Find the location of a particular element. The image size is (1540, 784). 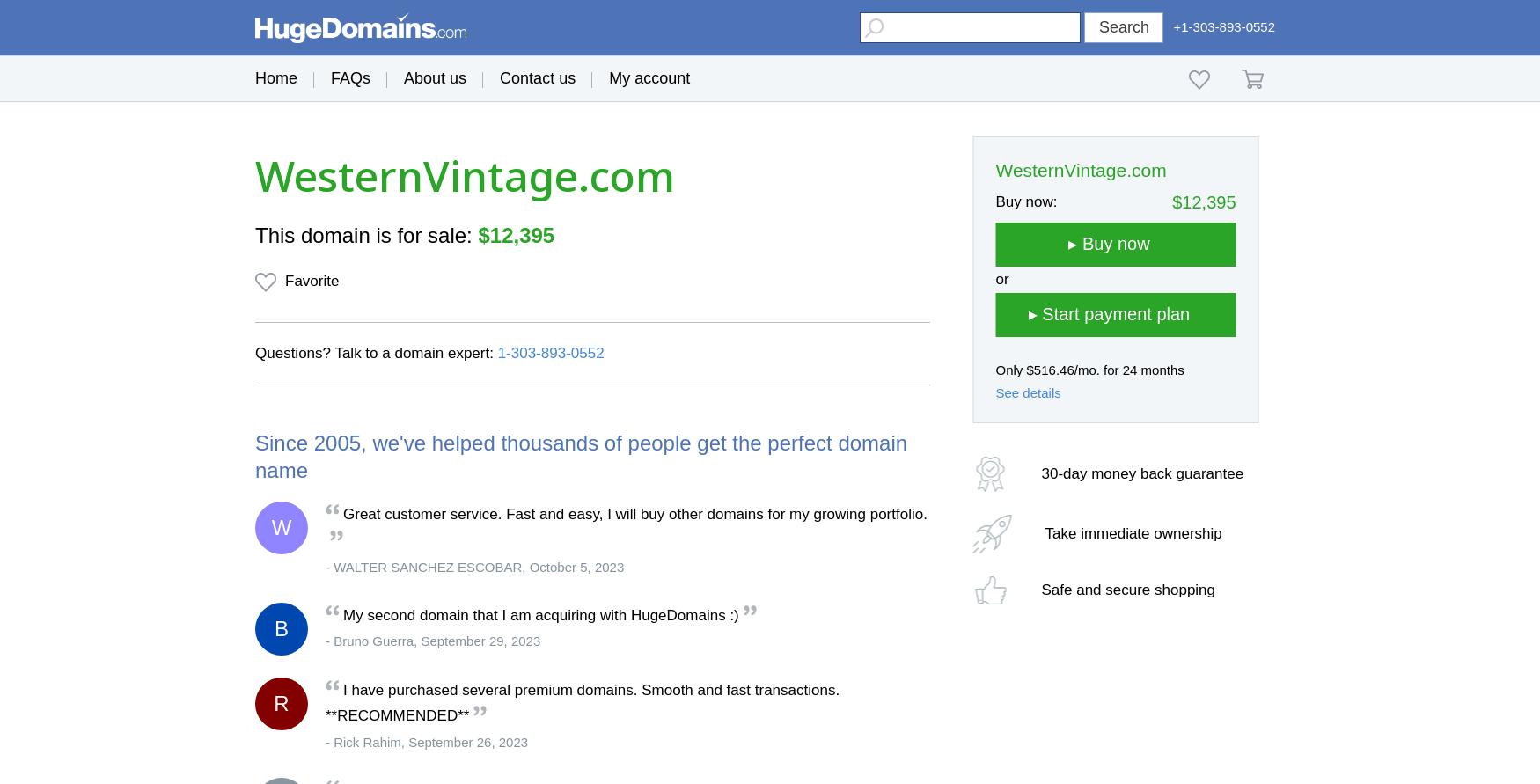

'Favorite' is located at coordinates (312, 280).